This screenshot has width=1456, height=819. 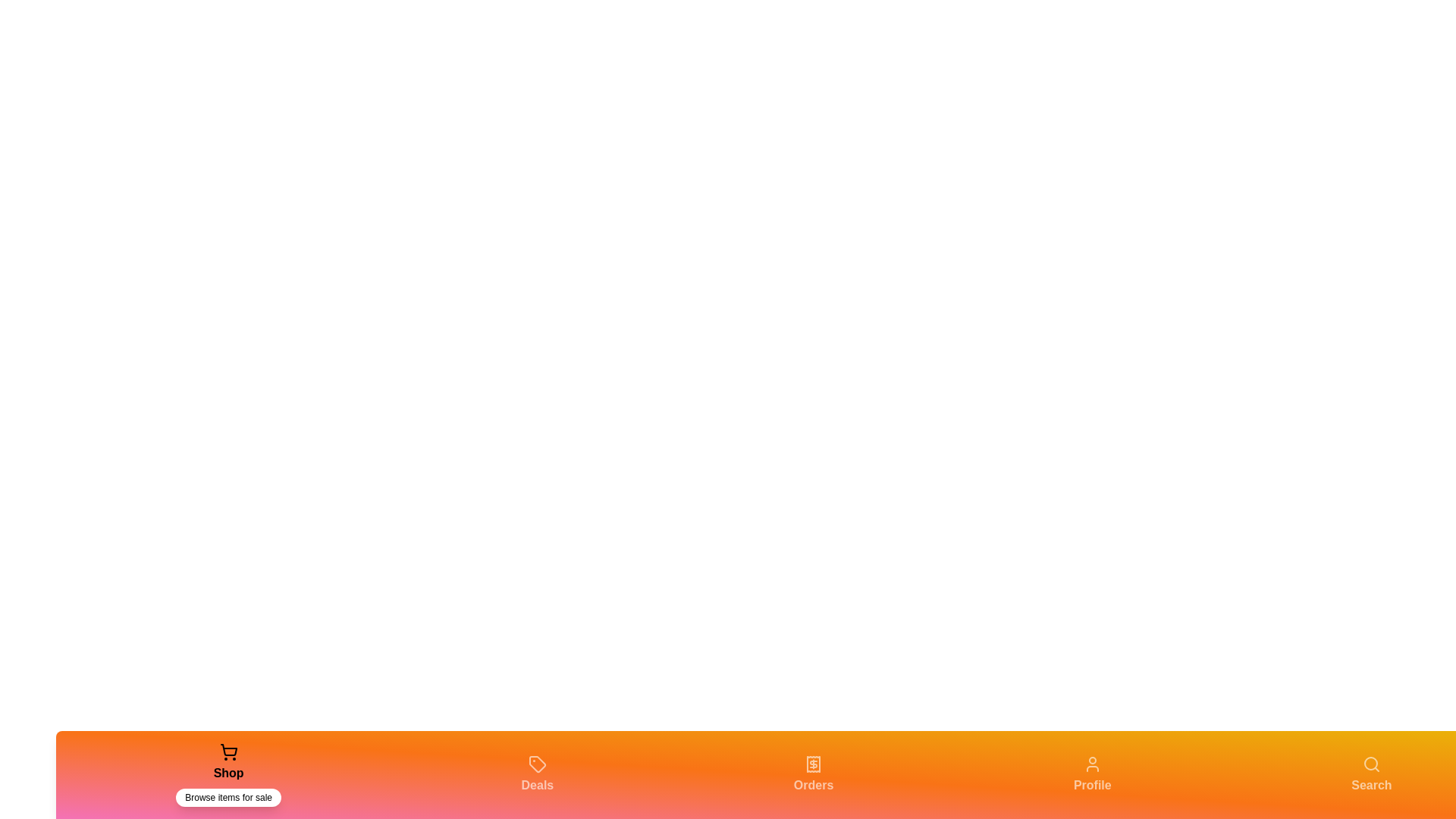 What do you see at coordinates (1372, 785) in the screenshot?
I see `the label of the tab Search` at bounding box center [1372, 785].